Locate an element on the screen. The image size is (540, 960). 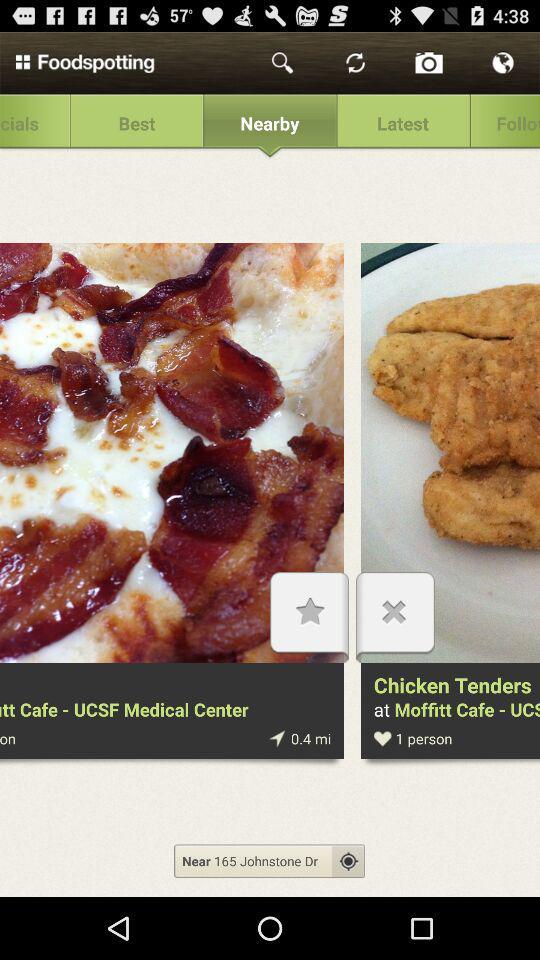
the close icon is located at coordinates (395, 653).